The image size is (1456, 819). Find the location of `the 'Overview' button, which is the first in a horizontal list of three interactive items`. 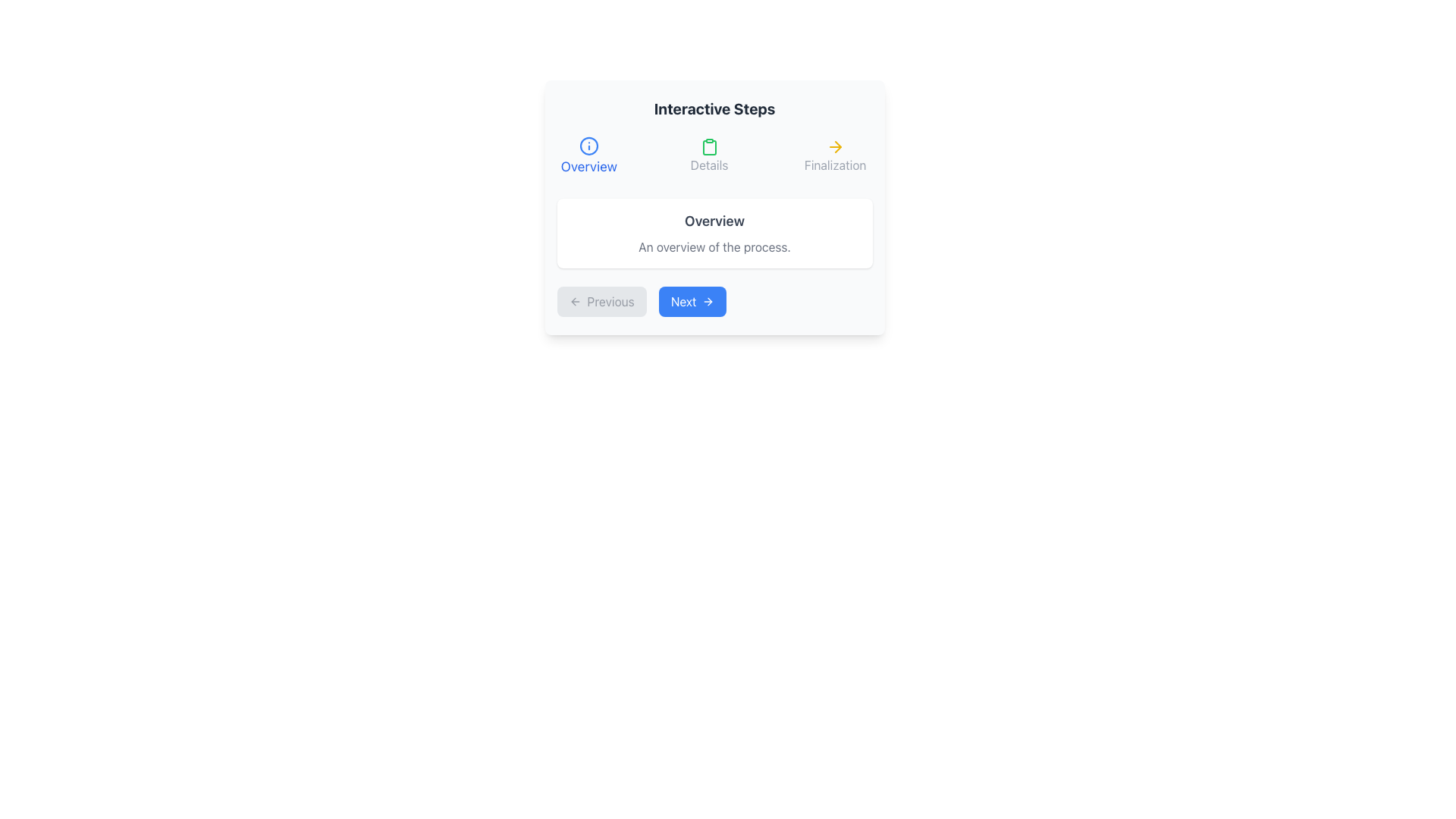

the 'Overview' button, which is the first in a horizontal list of three interactive items is located at coordinates (588, 155).